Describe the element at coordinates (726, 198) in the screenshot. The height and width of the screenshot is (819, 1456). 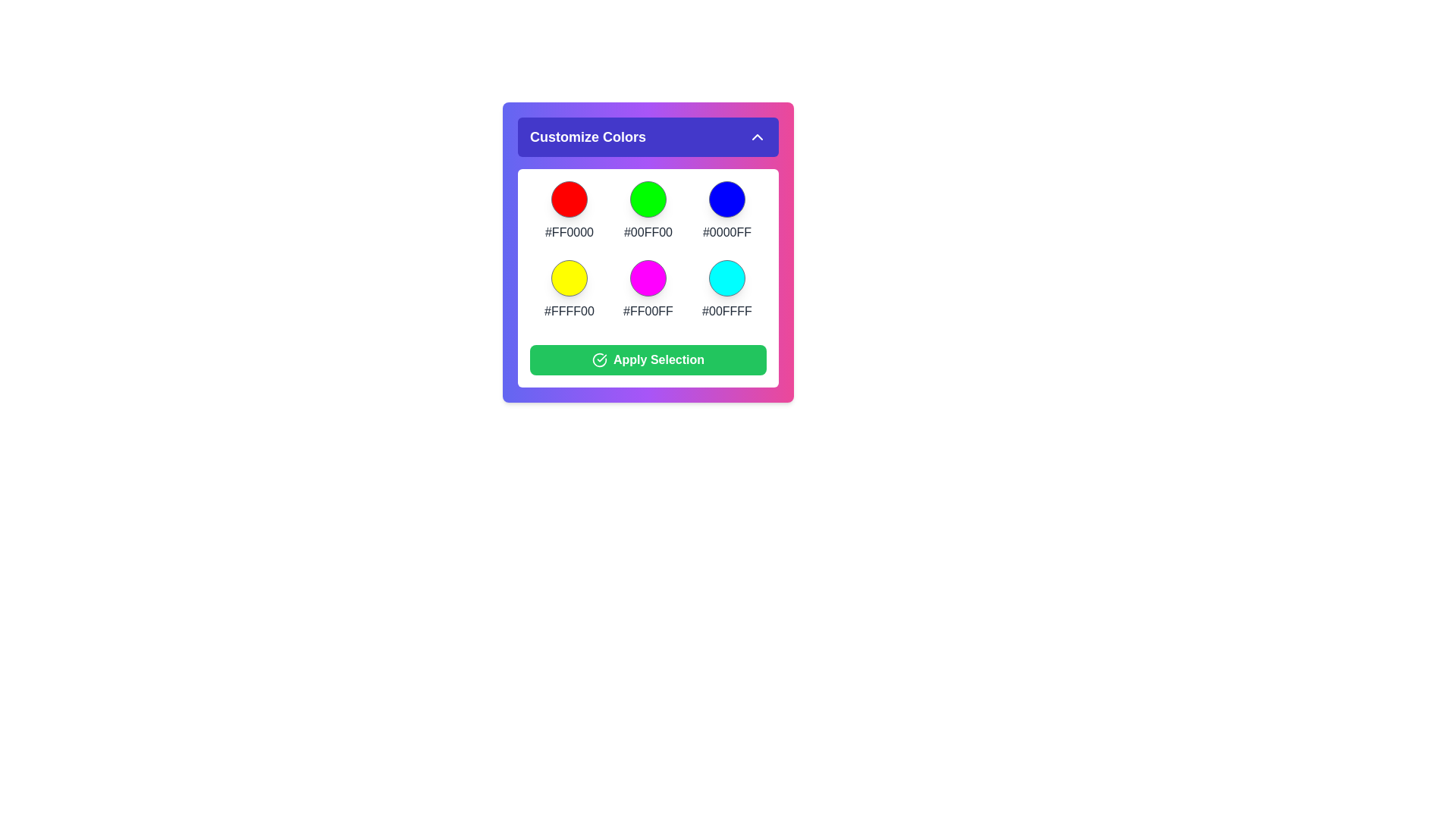
I see `the color #0000FF from the color palette` at that location.